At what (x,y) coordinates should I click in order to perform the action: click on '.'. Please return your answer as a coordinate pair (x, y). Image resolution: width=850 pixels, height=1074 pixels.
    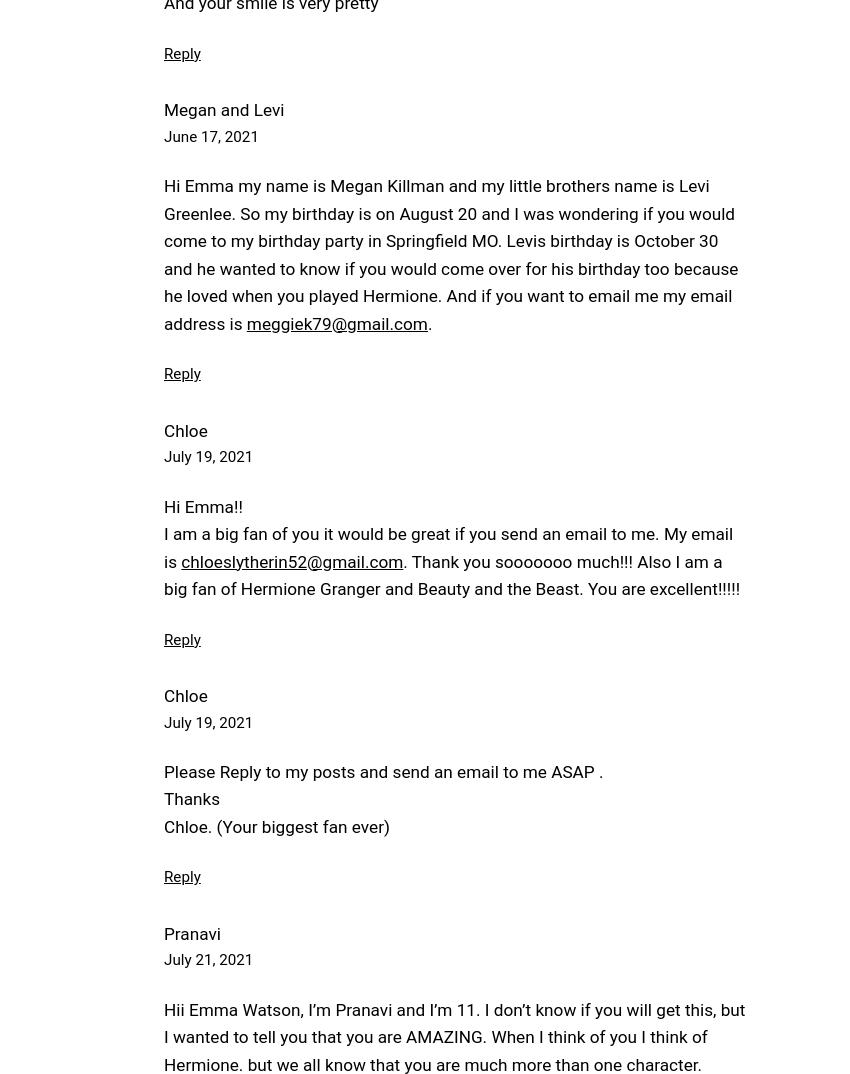
    Looking at the image, I should click on (428, 322).